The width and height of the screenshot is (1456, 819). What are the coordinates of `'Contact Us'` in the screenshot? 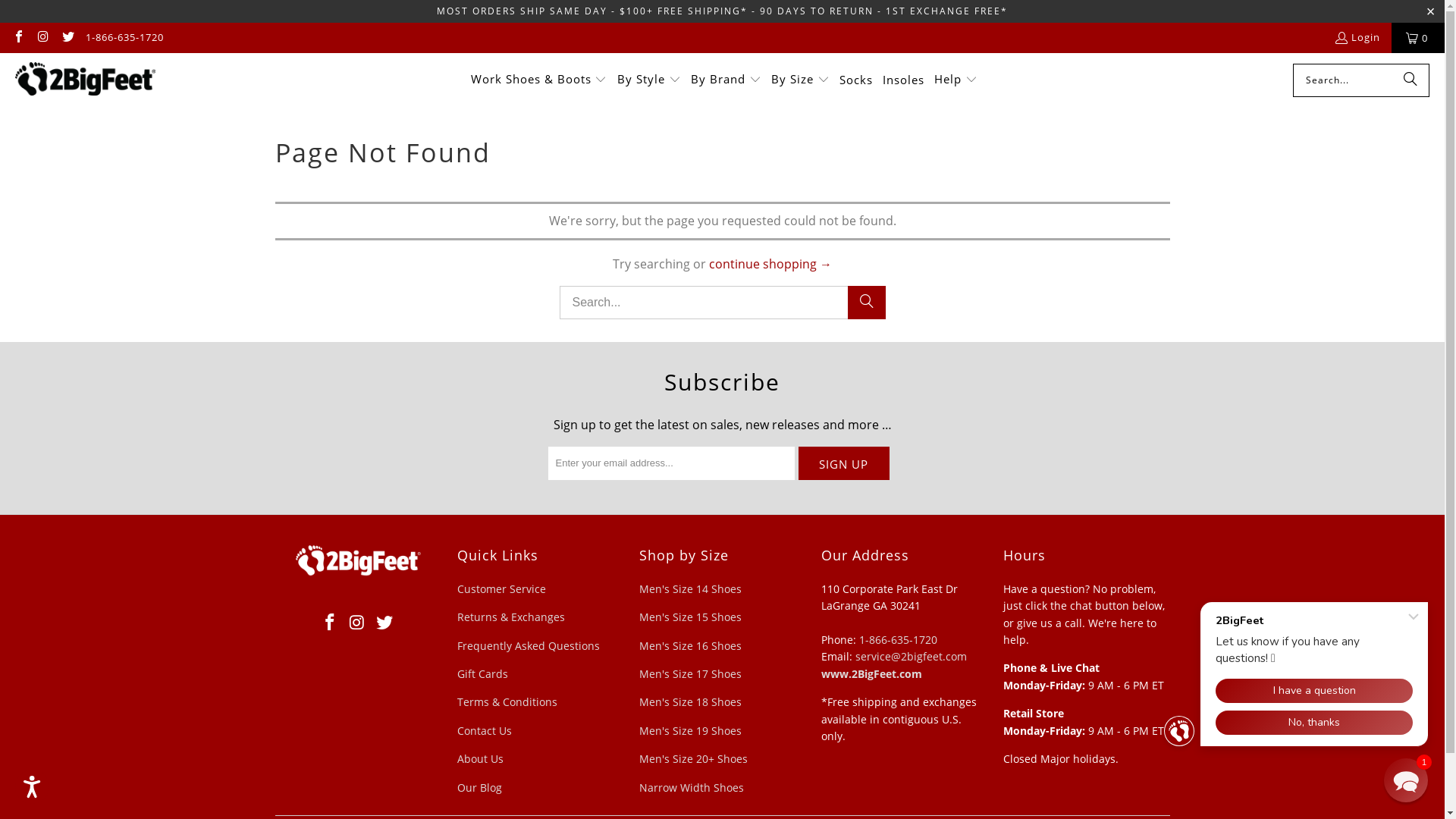 It's located at (483, 730).